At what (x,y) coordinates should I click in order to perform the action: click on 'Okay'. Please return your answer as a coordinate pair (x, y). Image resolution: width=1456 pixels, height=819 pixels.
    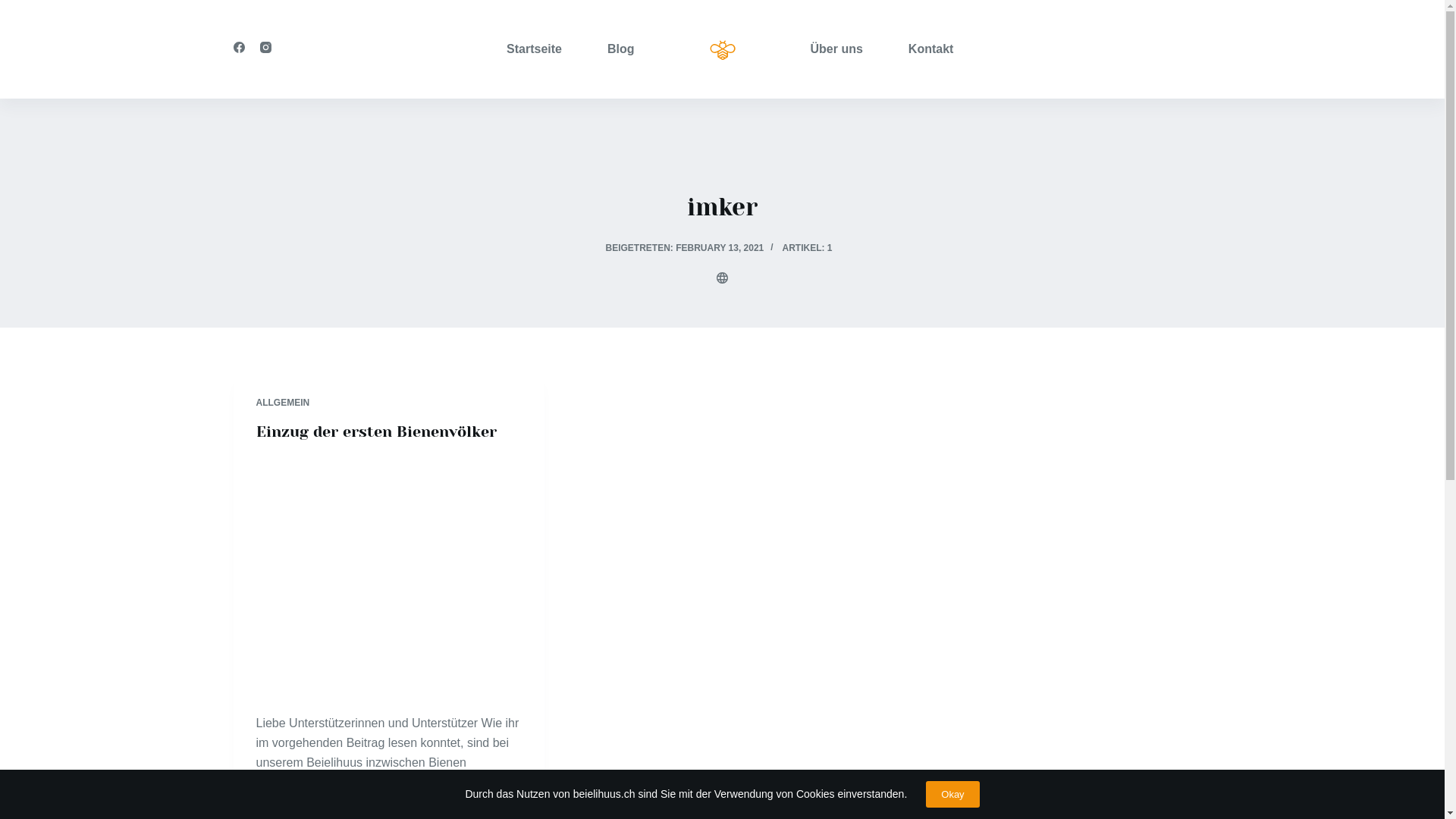
    Looking at the image, I should click on (952, 793).